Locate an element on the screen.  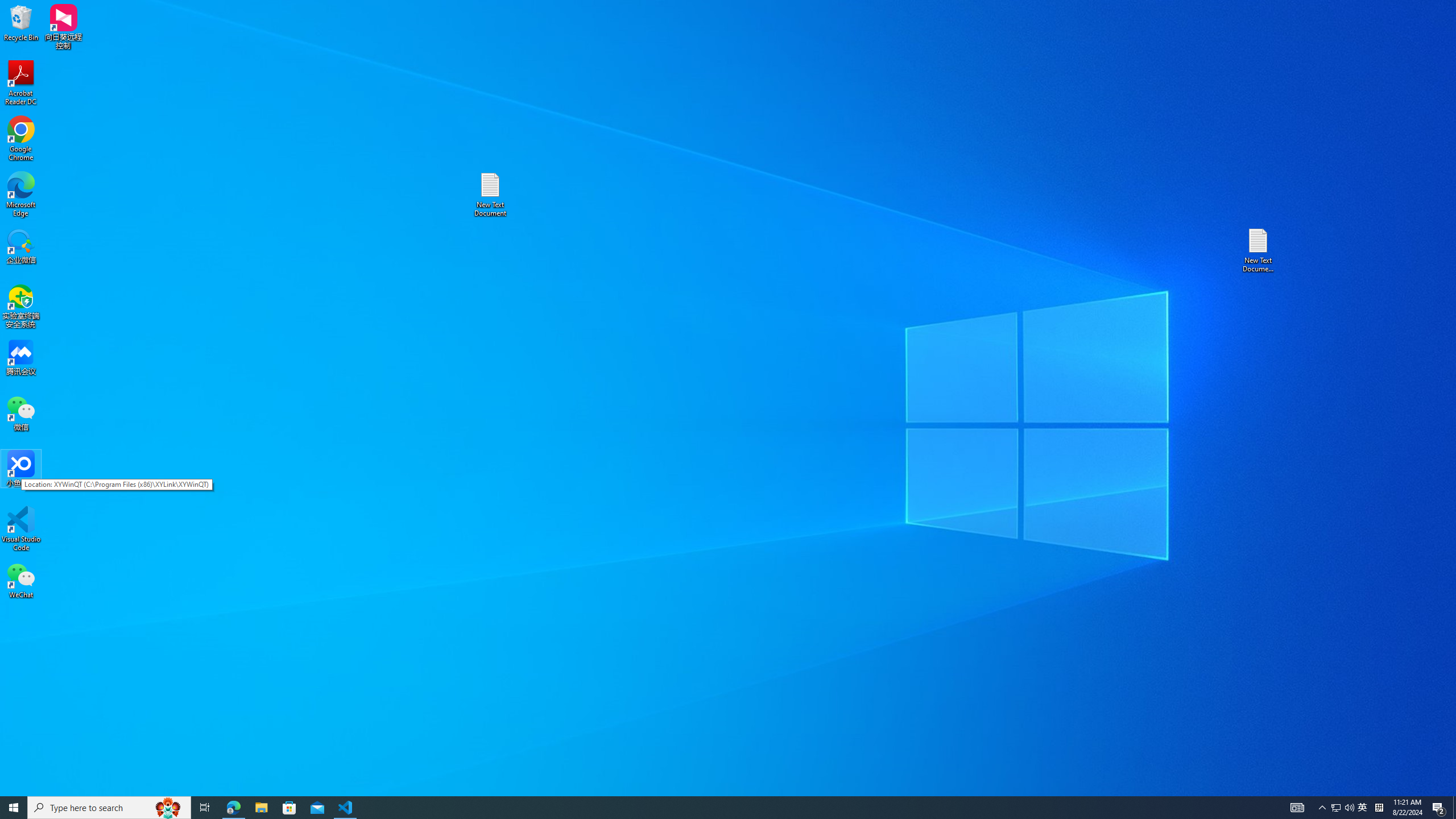
'Google Chrome' is located at coordinates (20, 139).